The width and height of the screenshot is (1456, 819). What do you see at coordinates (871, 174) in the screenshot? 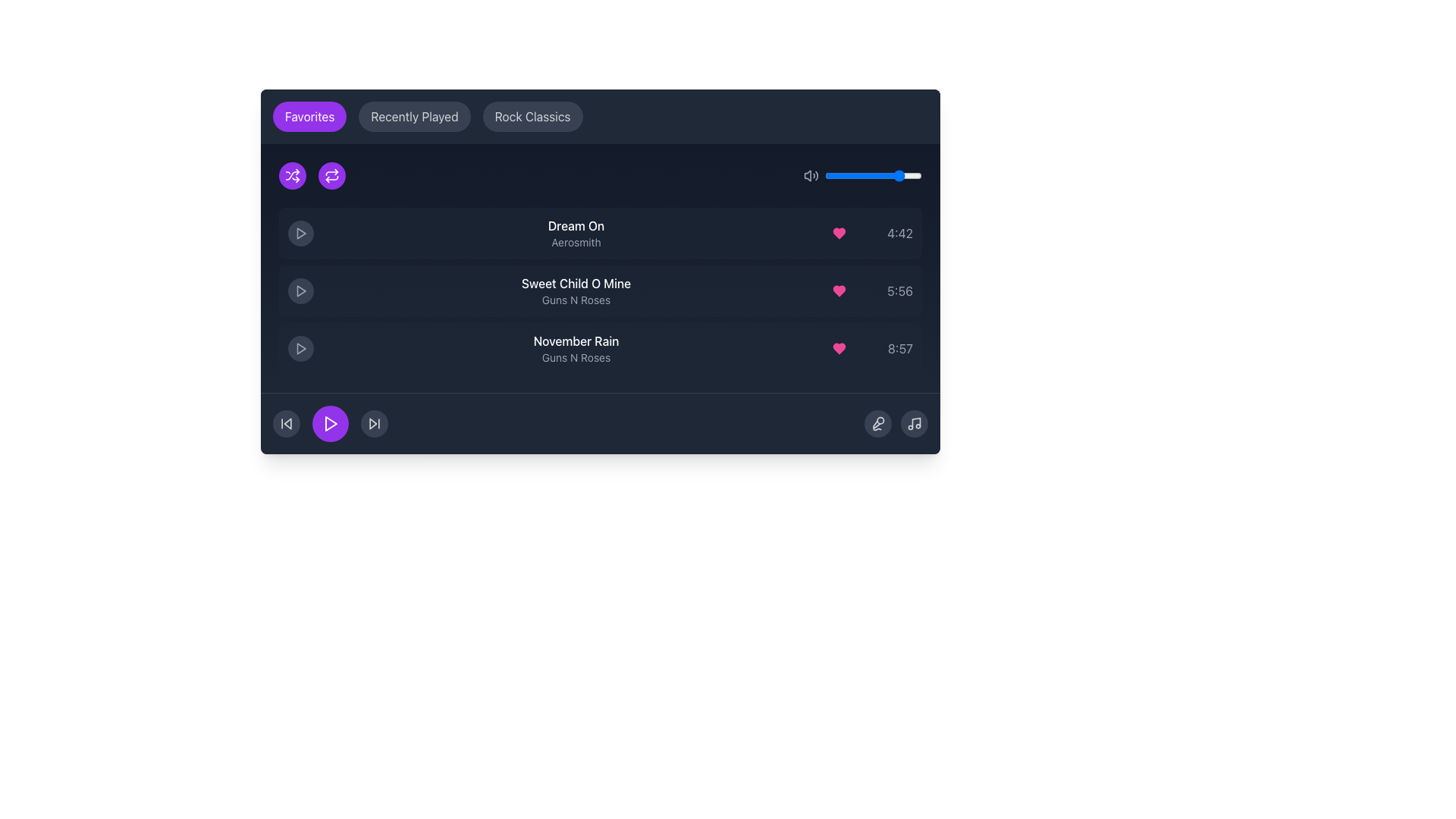
I see `the volume` at bounding box center [871, 174].